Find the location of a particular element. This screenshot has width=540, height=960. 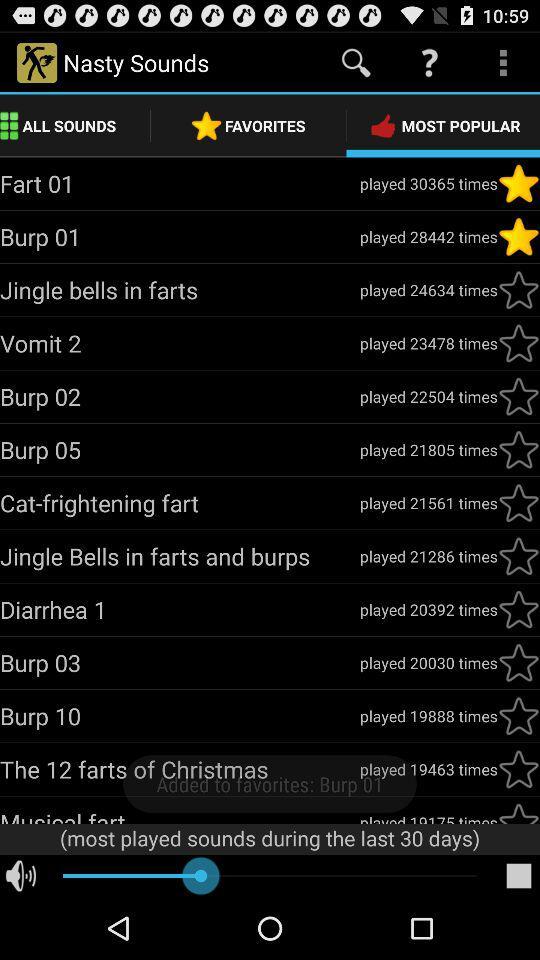

icon next to the burp 10 is located at coordinates (427, 716).